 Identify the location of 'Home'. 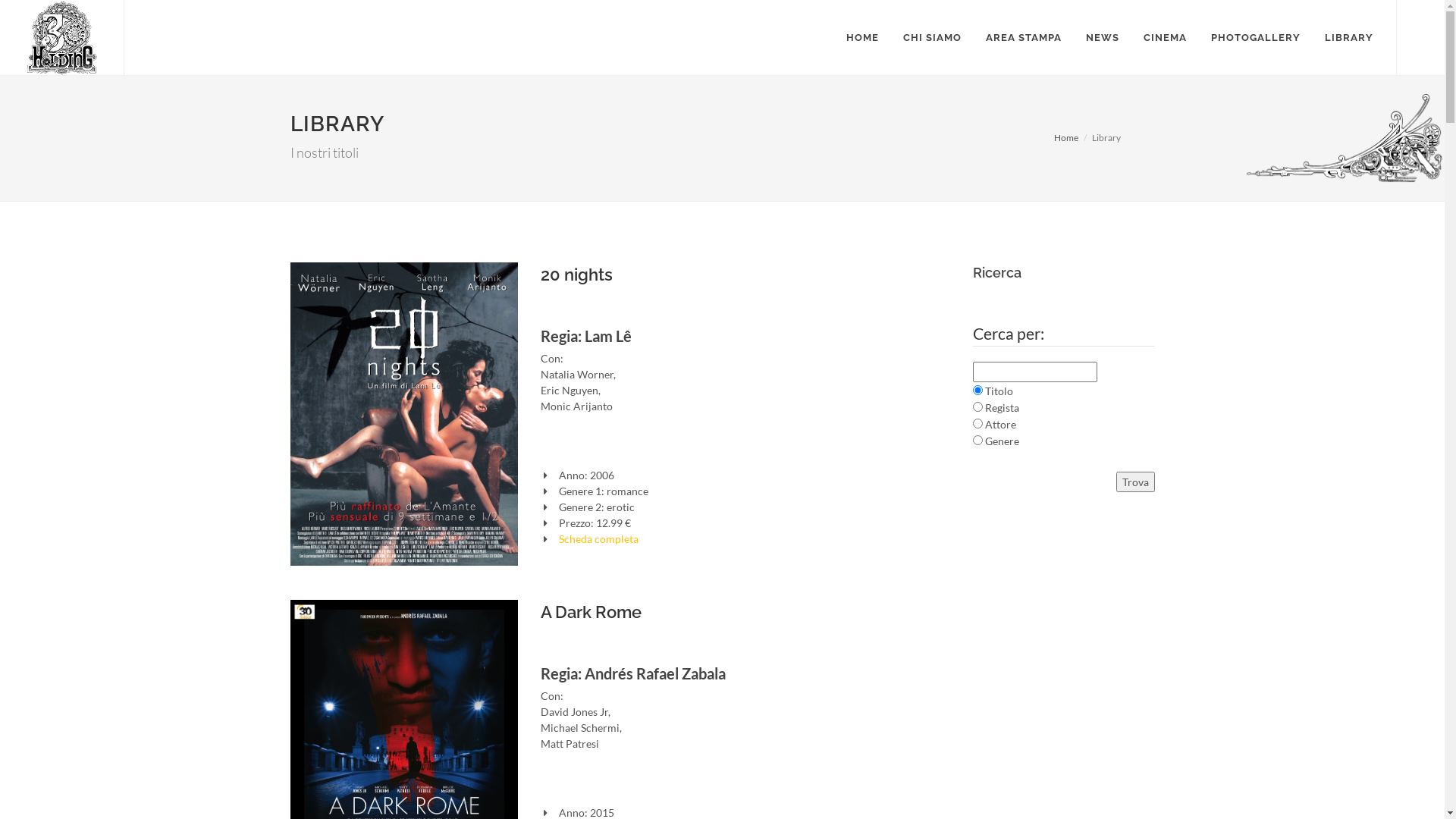
(1065, 137).